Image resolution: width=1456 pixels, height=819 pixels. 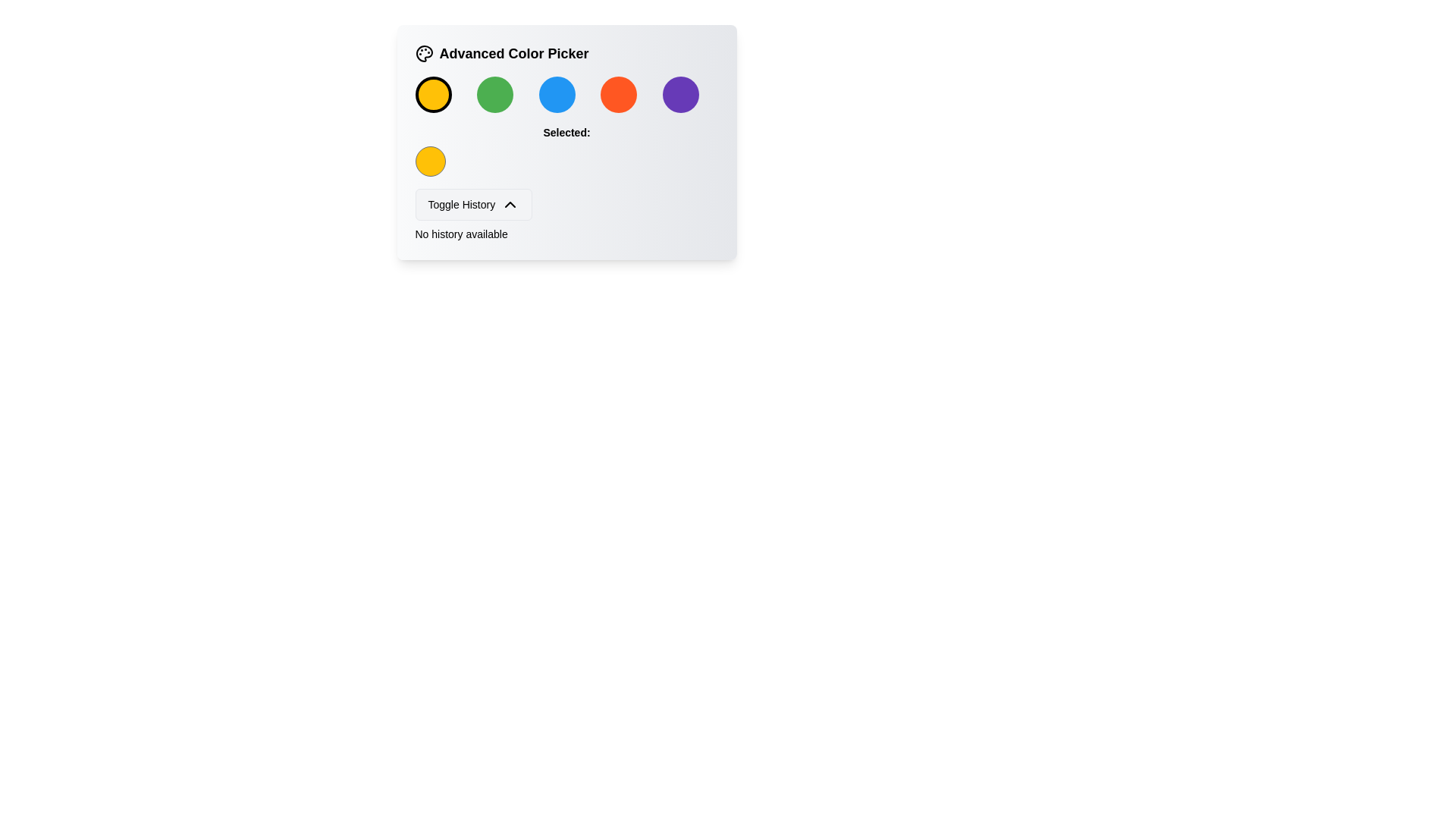 What do you see at coordinates (566, 131) in the screenshot?
I see `text content of the label displaying 'Selected:' which is bold and positioned above a circular color swatch` at bounding box center [566, 131].